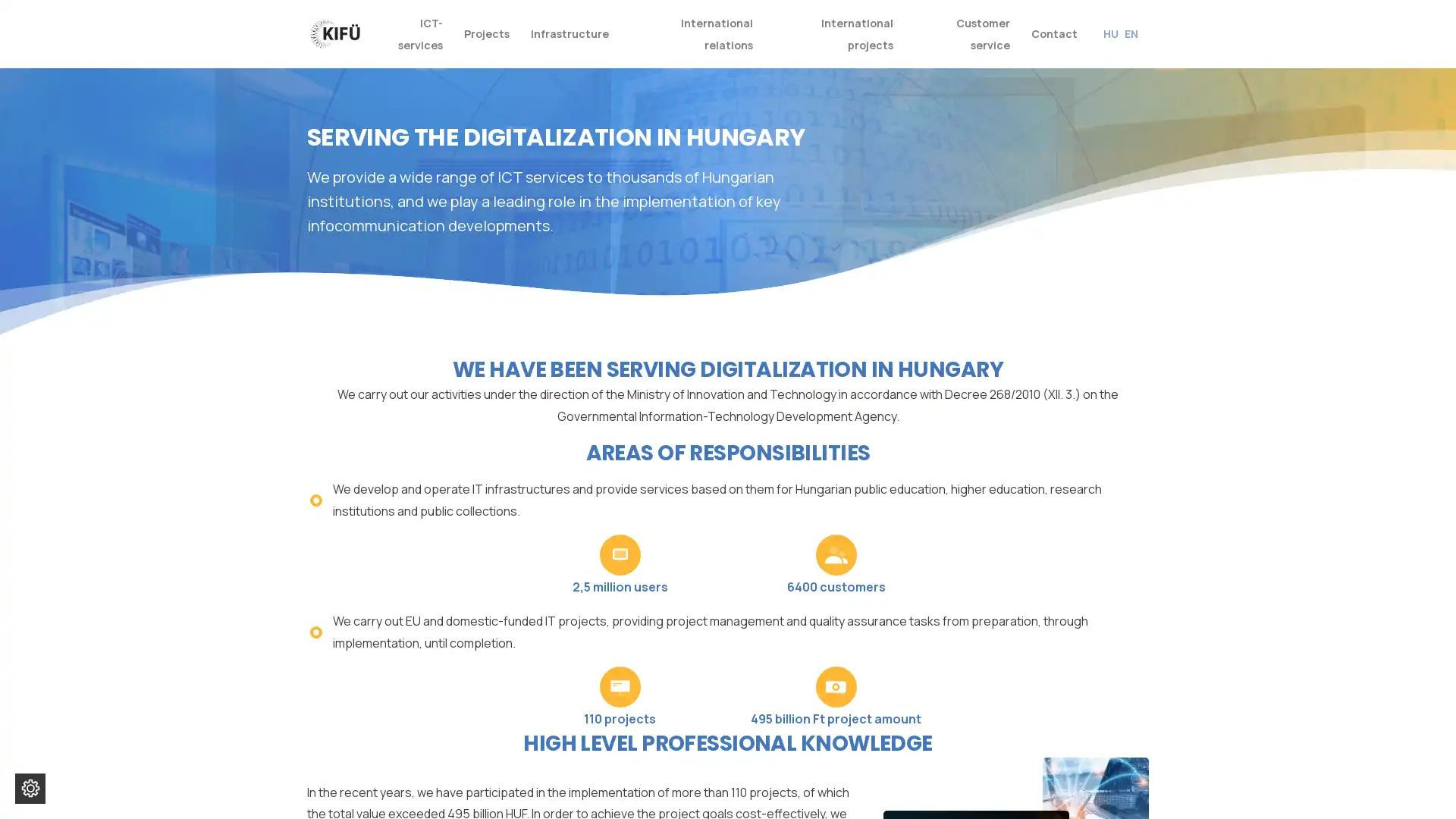  I want to click on Change cookie settings, so click(30, 788).